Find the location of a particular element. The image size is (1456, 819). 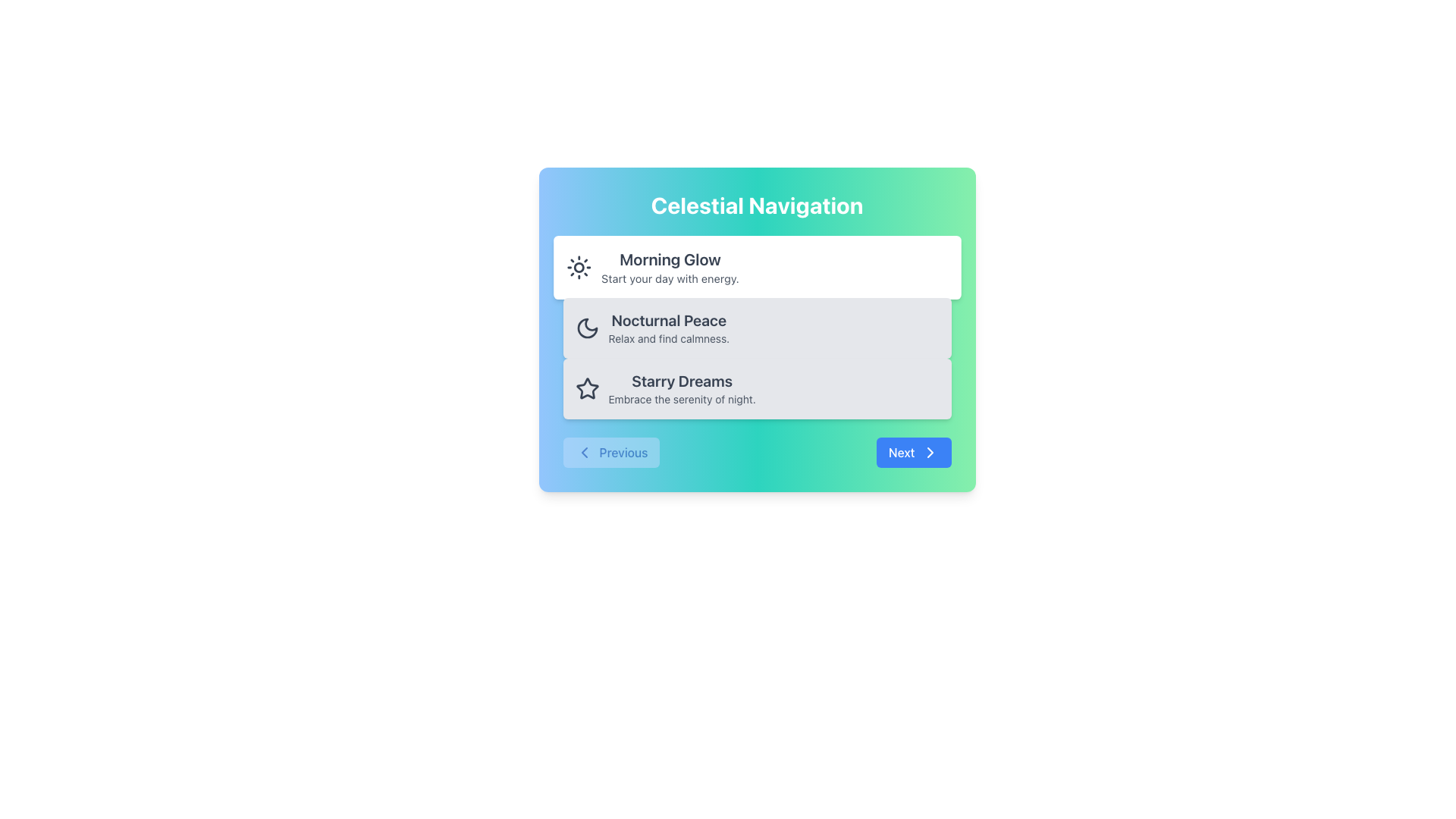

the left chevron icon rendered within an SVG element is located at coordinates (583, 452).